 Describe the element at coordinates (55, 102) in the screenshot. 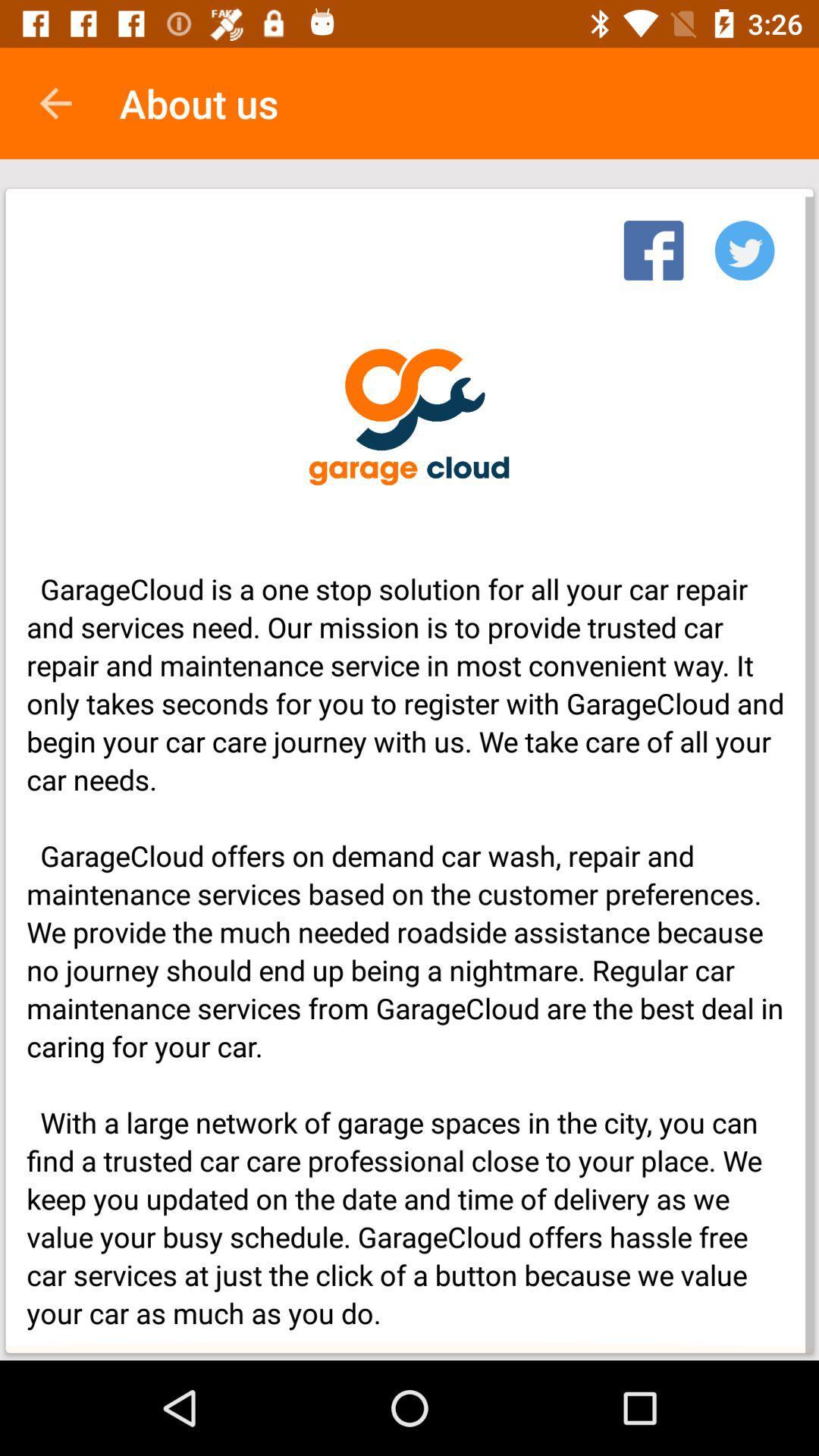

I see `item above garagecloud is a icon` at that location.